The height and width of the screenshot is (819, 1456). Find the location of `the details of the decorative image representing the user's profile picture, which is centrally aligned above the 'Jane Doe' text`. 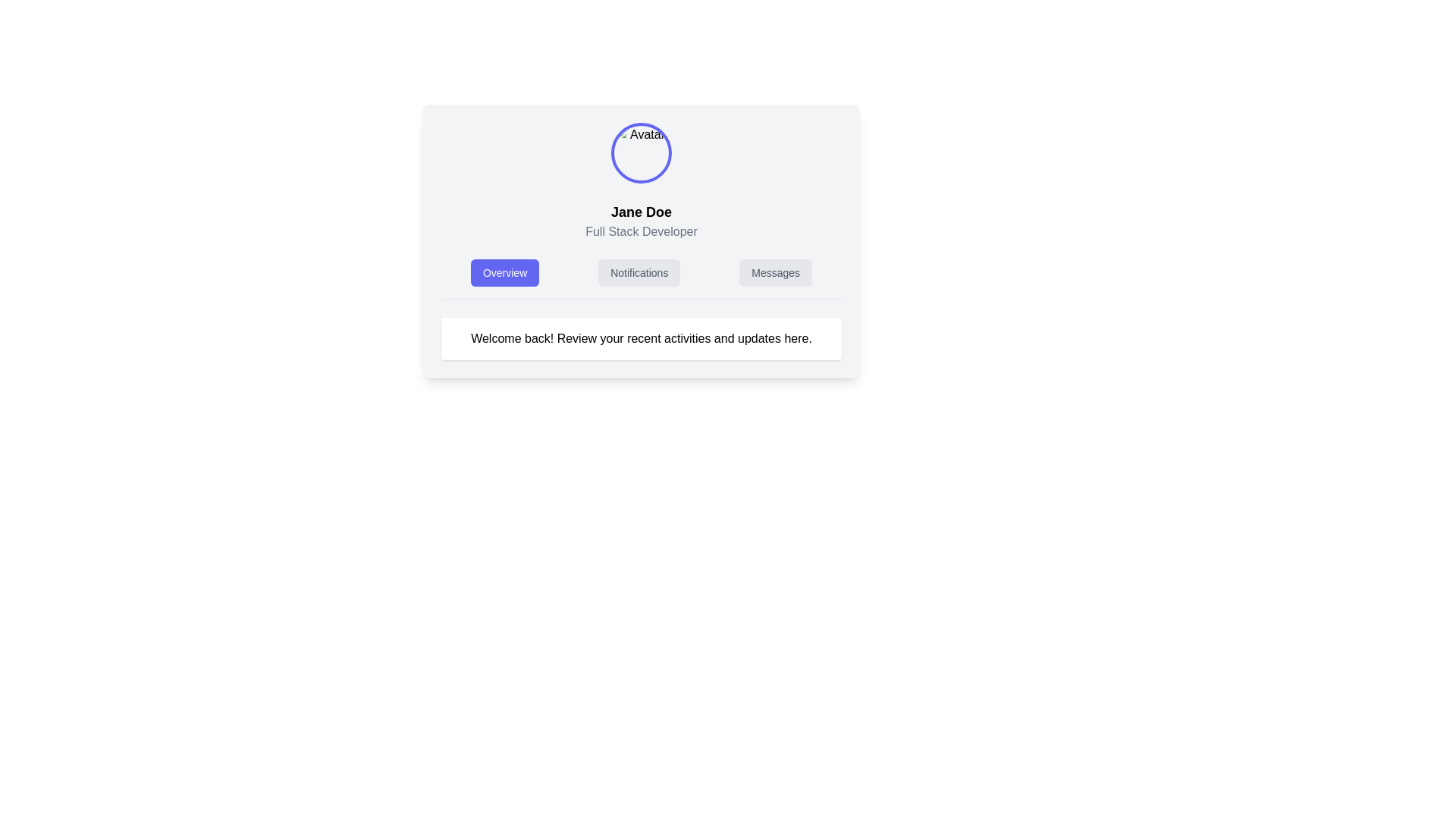

the details of the decorative image representing the user's profile picture, which is centrally aligned above the 'Jane Doe' text is located at coordinates (641, 152).